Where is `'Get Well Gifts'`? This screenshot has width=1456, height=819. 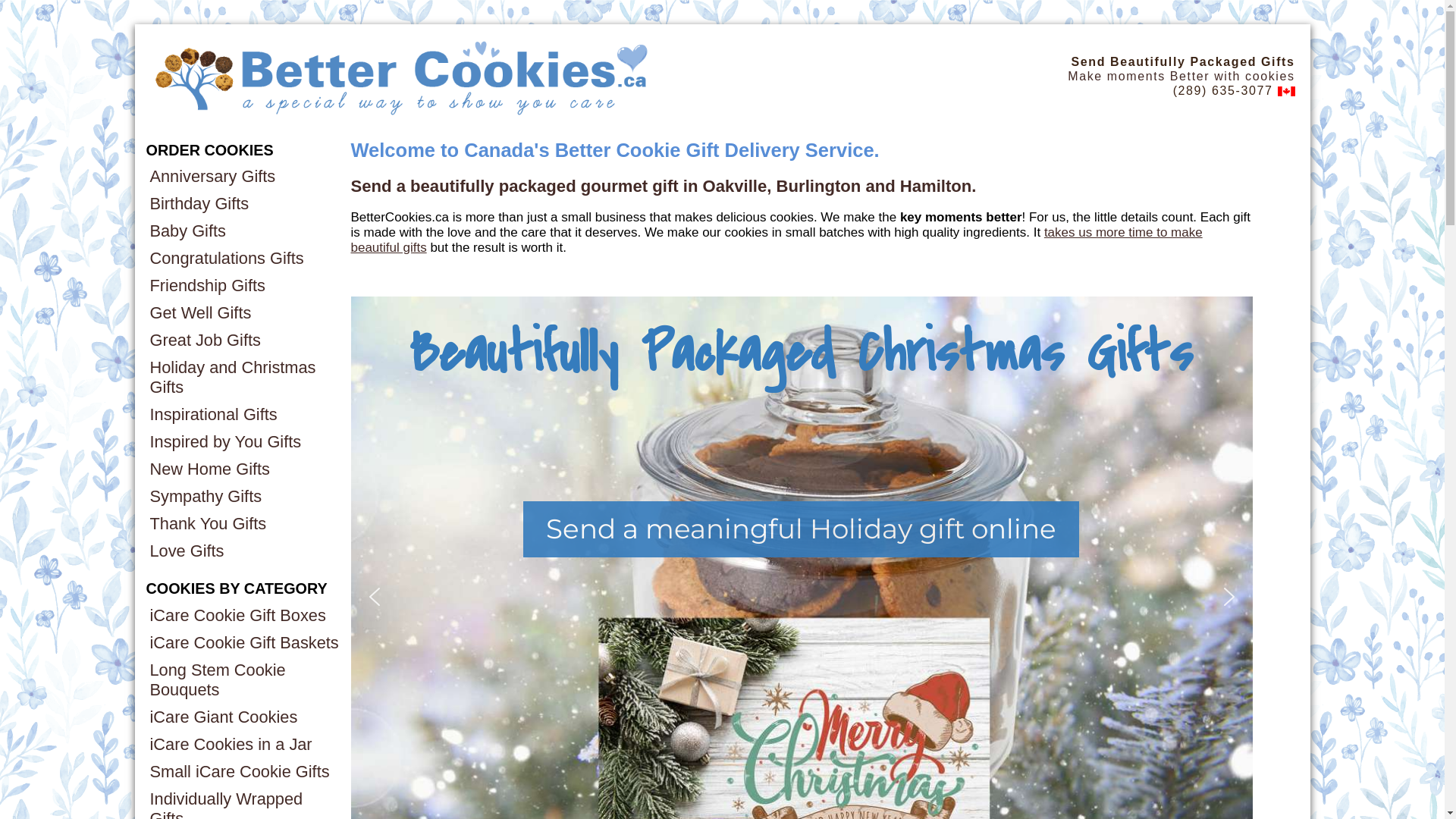 'Get Well Gifts' is located at coordinates (243, 312).